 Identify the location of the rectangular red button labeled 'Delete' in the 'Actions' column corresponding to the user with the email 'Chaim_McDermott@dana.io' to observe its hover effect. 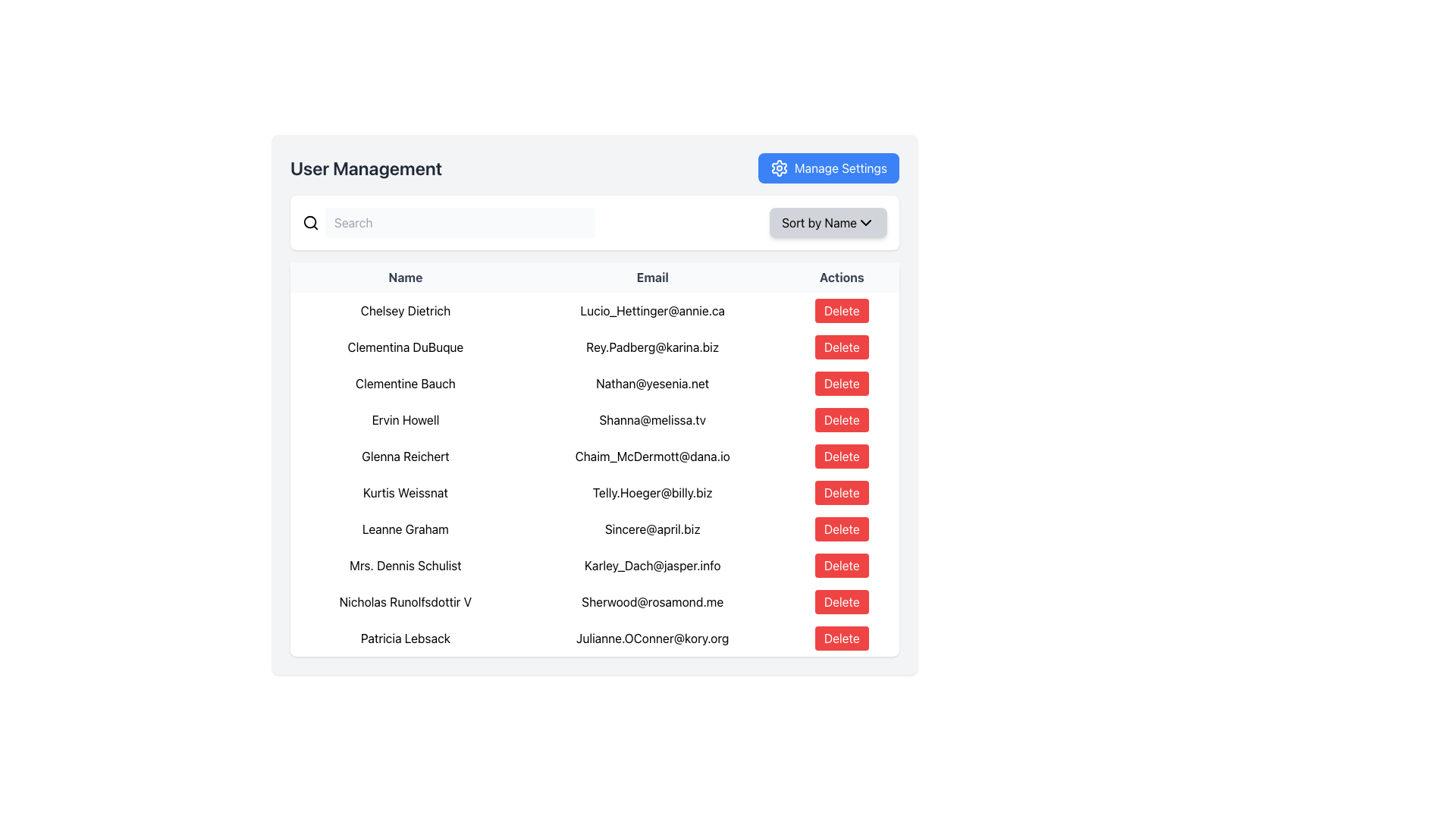
(841, 455).